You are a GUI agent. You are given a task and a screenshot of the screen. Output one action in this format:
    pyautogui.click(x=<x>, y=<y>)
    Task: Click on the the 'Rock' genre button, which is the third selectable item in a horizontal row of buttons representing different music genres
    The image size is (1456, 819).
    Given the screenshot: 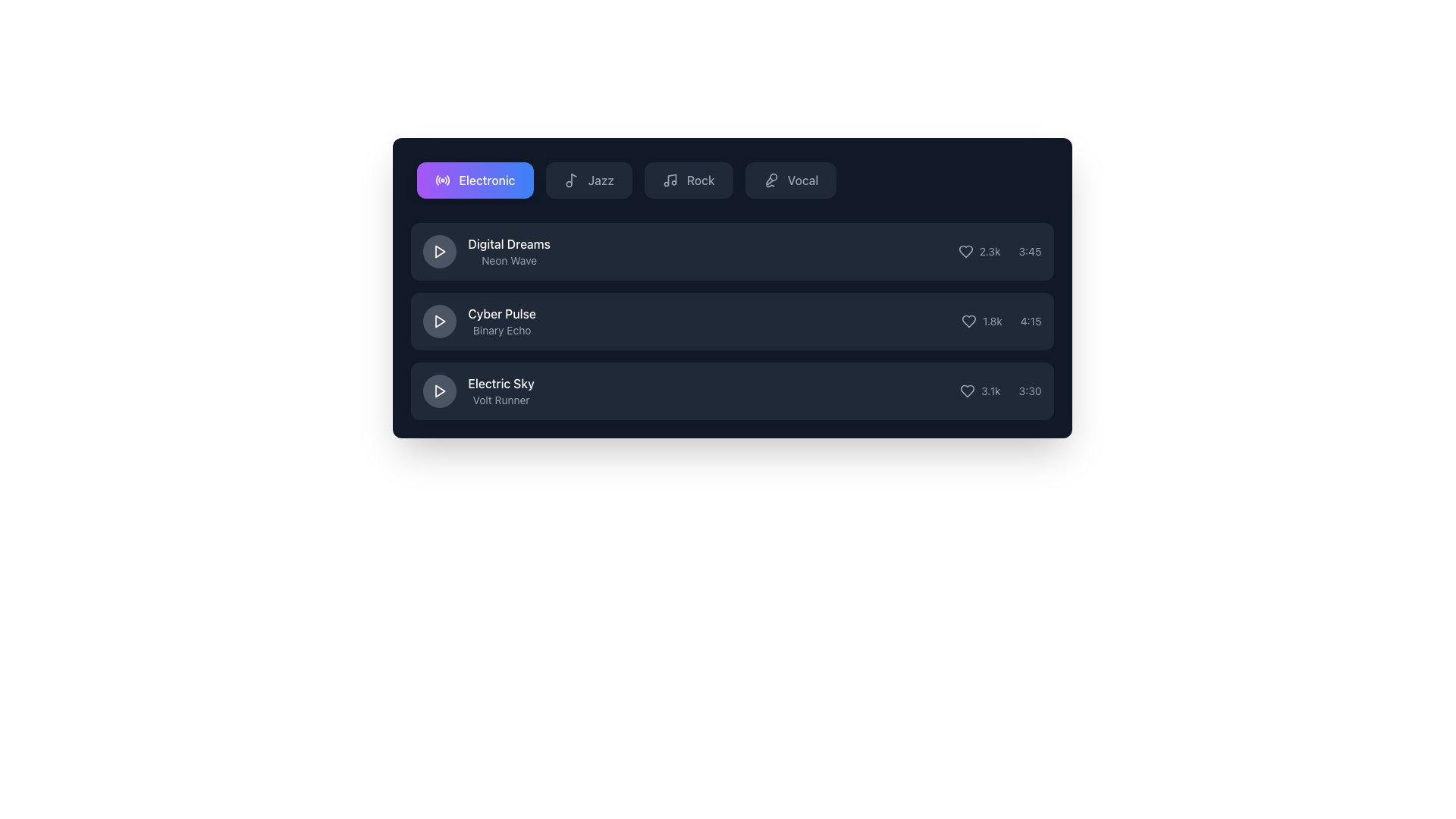 What is the action you would take?
    pyautogui.click(x=688, y=180)
    